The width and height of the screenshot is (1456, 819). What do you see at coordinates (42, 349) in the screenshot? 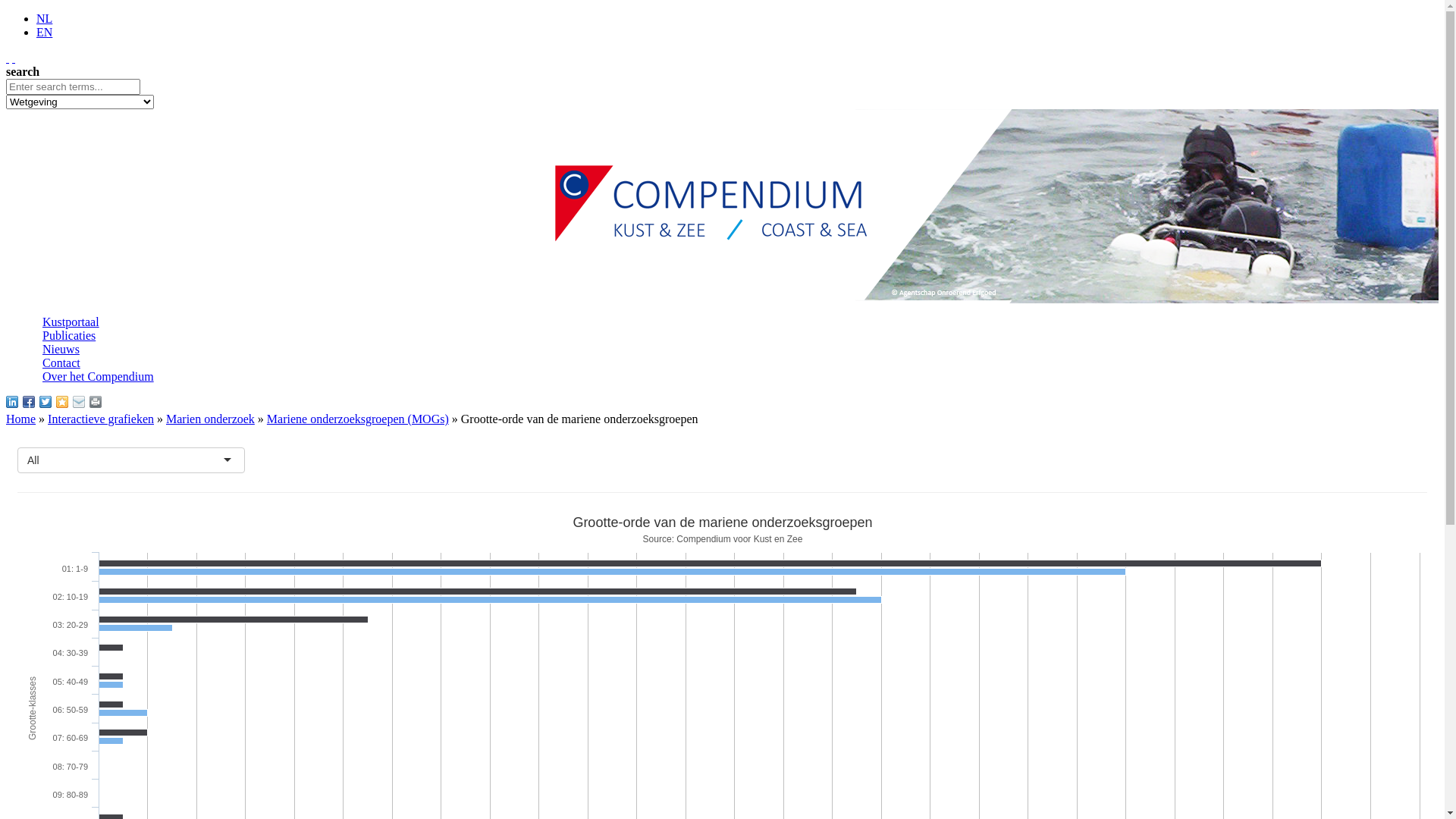
I see `'Nieuws'` at bounding box center [42, 349].